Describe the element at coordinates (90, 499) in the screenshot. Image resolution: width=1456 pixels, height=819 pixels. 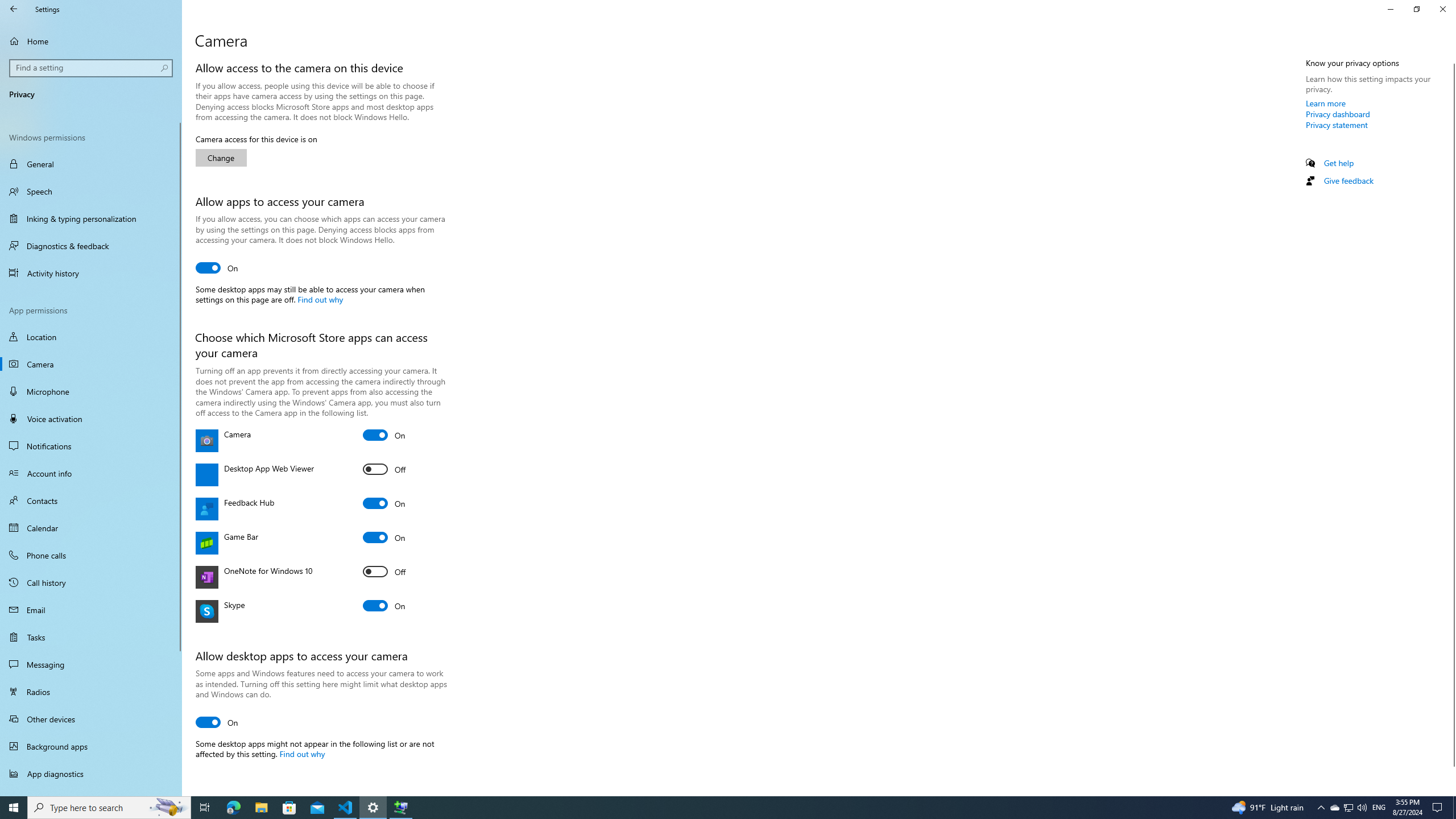
I see `'Contacts'` at that location.